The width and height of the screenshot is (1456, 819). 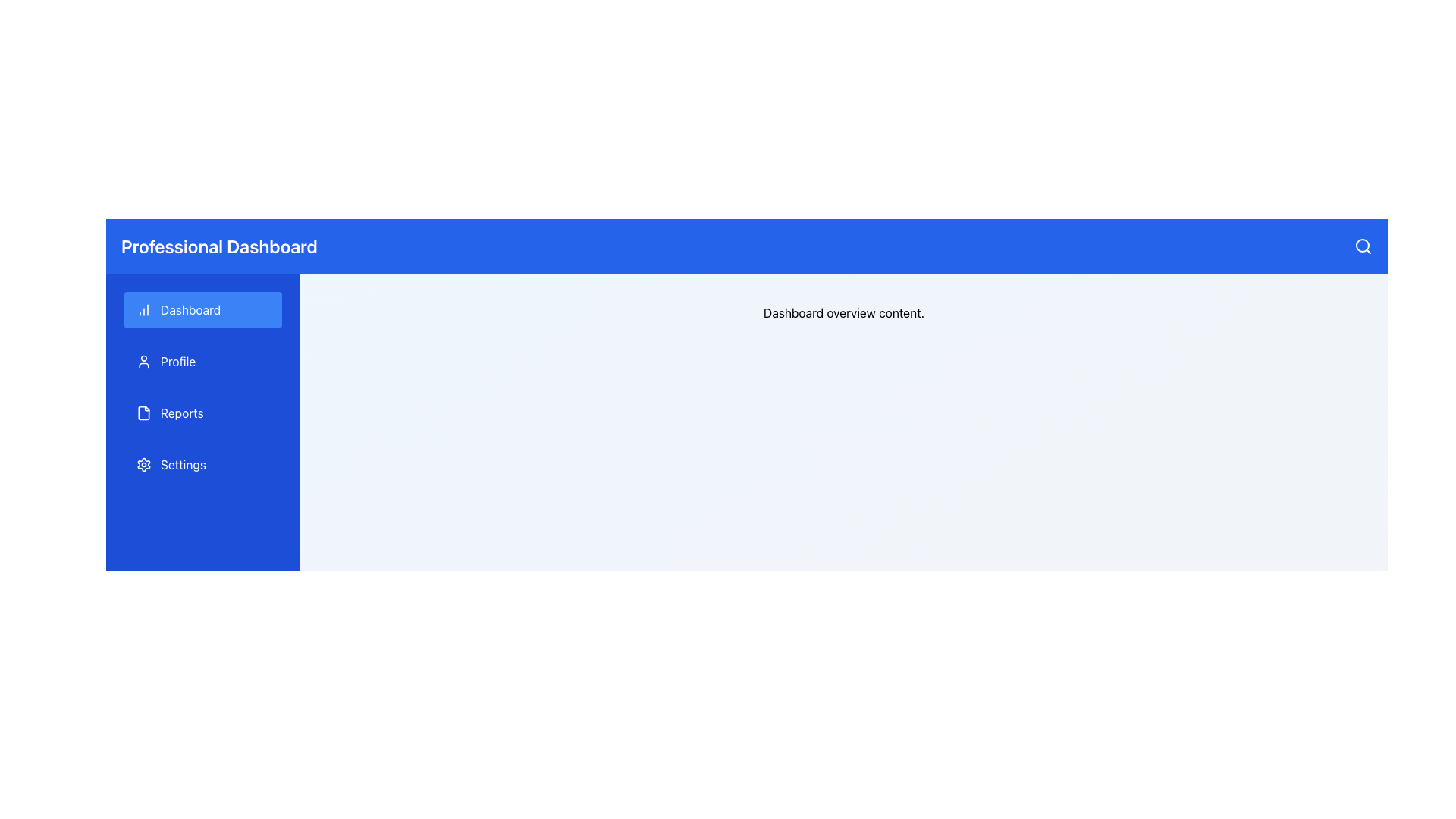 I want to click on the gear-shaped icon on the blue background, so click(x=144, y=464).